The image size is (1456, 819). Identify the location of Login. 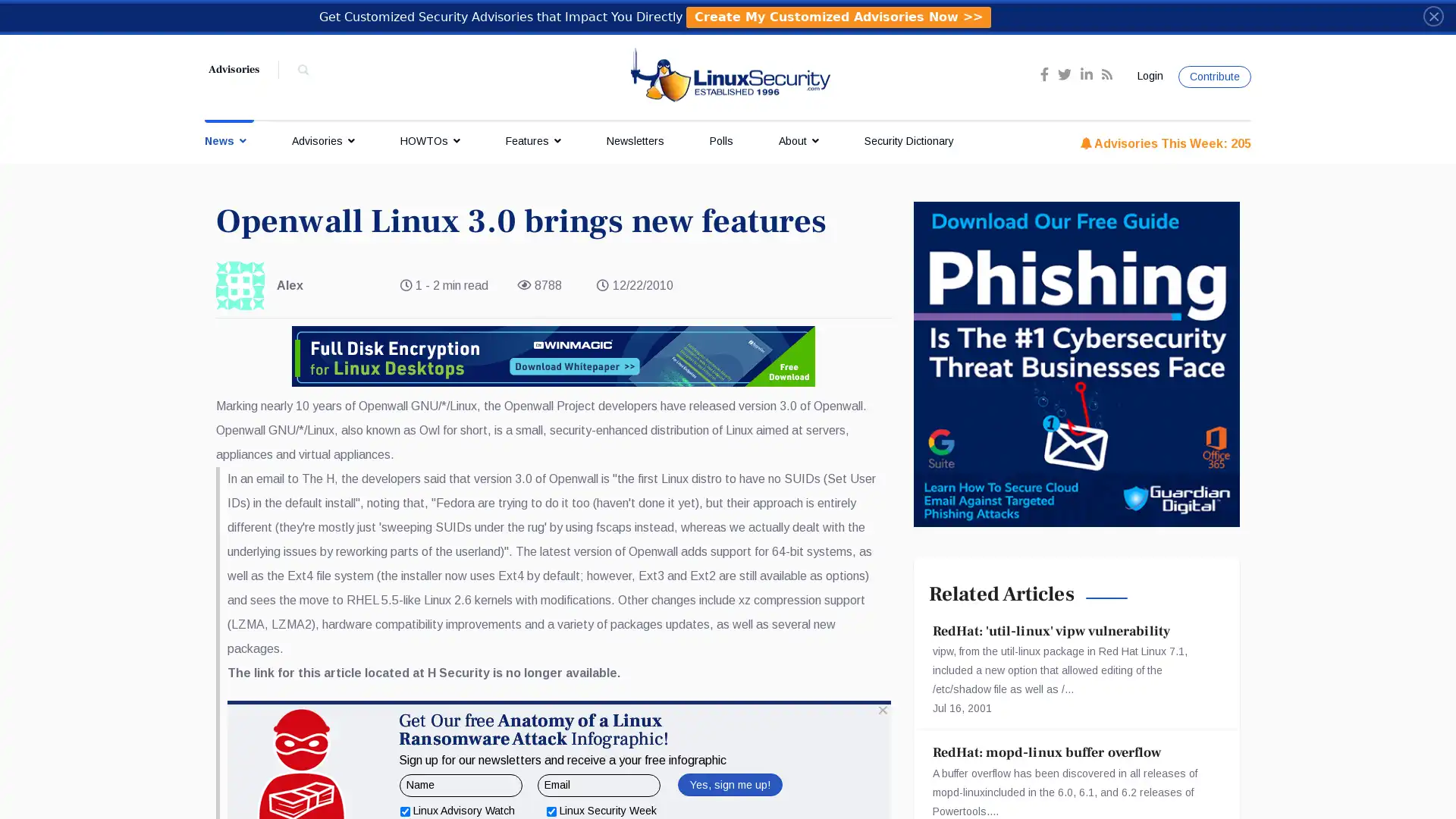
(1147, 76).